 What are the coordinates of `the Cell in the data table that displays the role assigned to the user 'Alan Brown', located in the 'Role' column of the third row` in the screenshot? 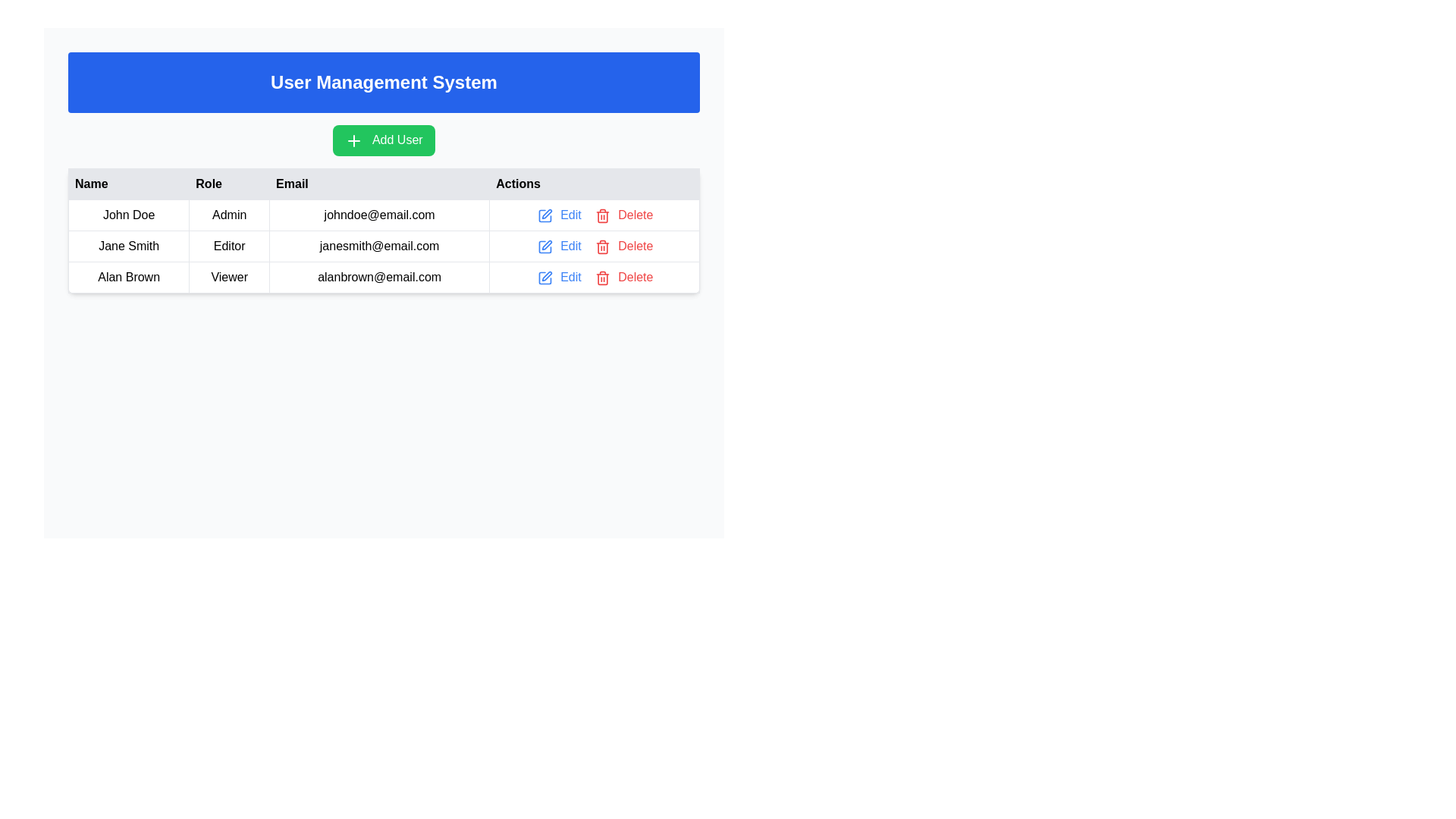 It's located at (228, 277).